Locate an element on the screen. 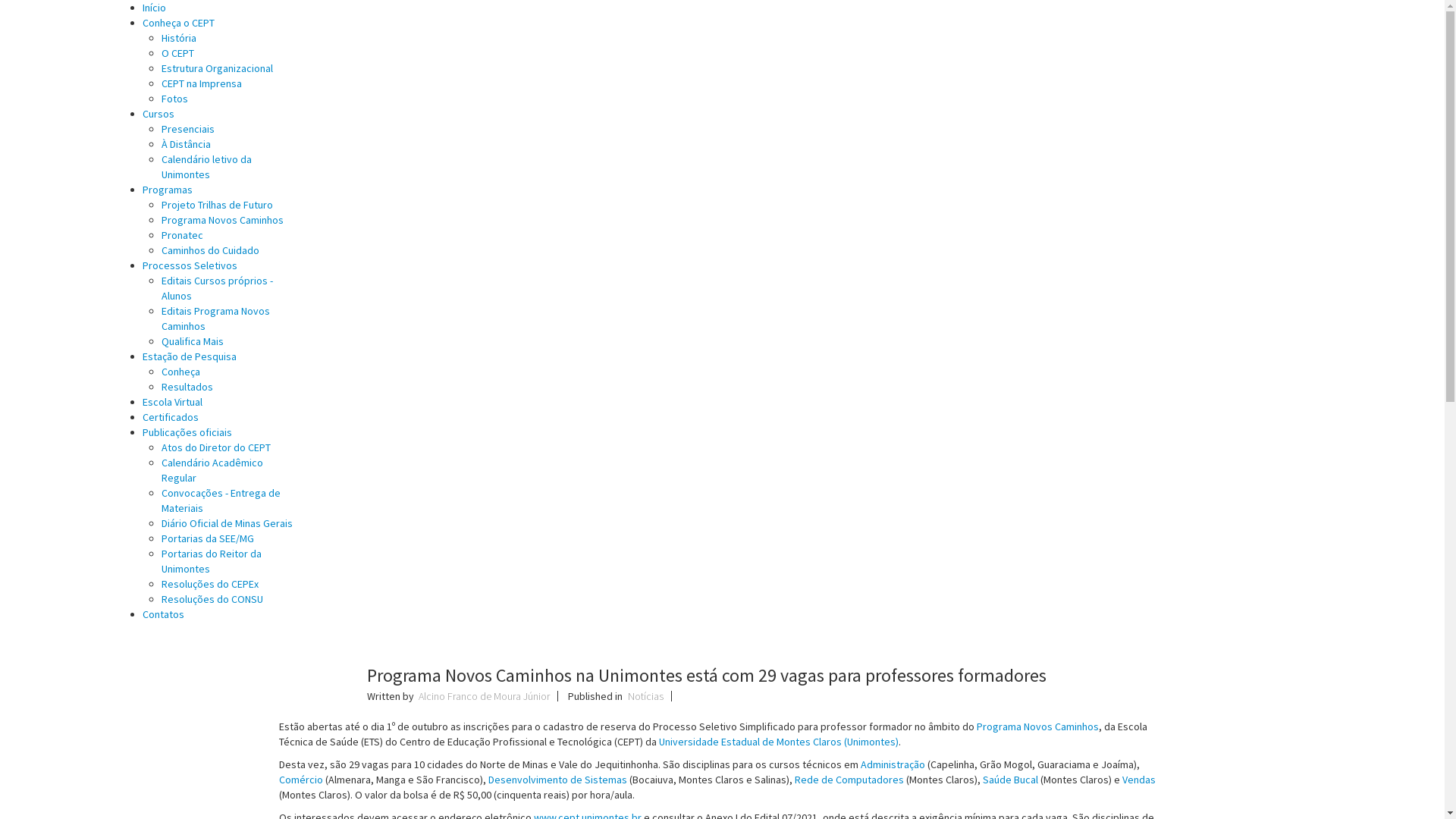  'Universidade Estadual de Montes Claros (Unimontes)' is located at coordinates (778, 741).